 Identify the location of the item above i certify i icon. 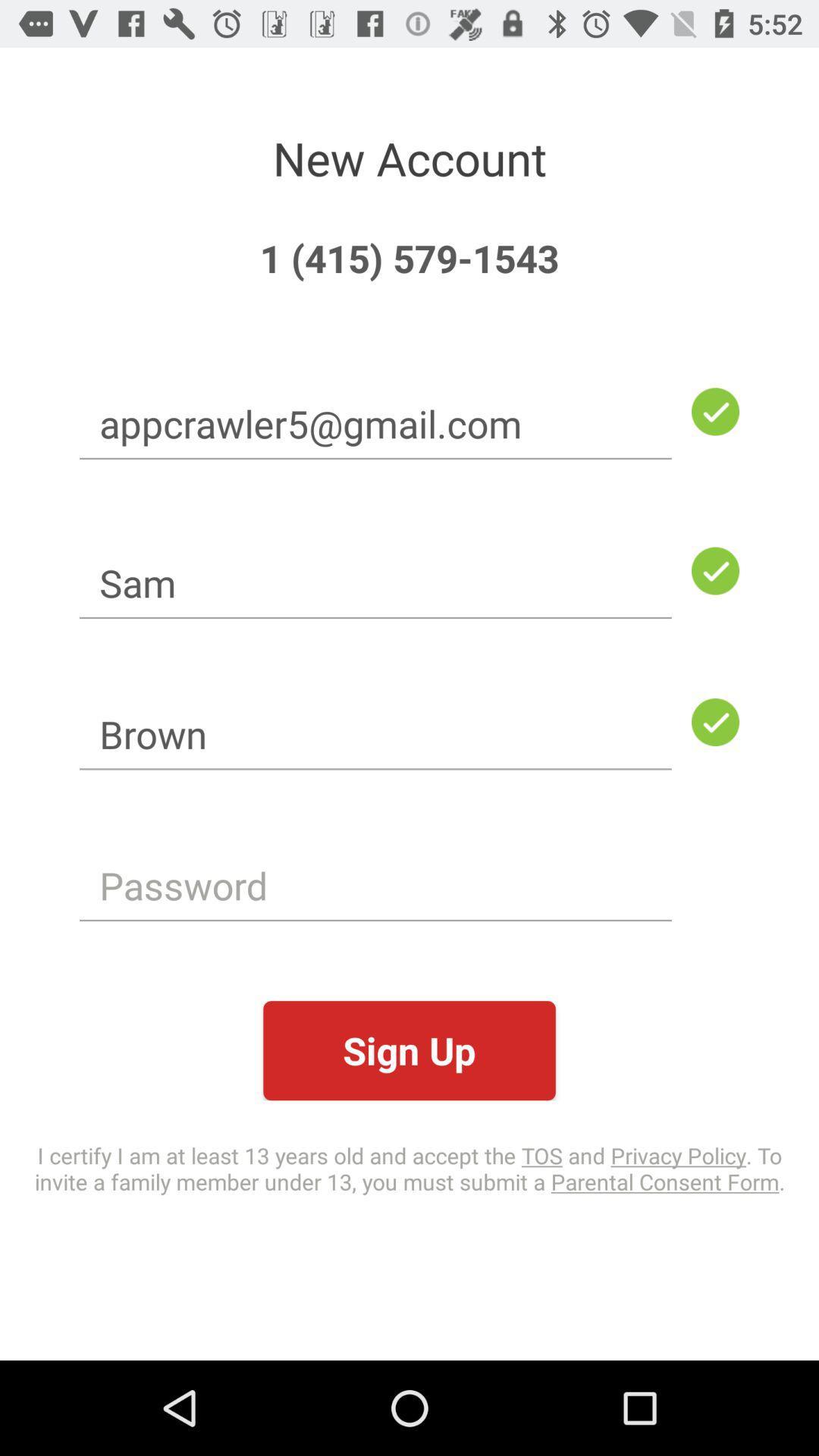
(409, 1050).